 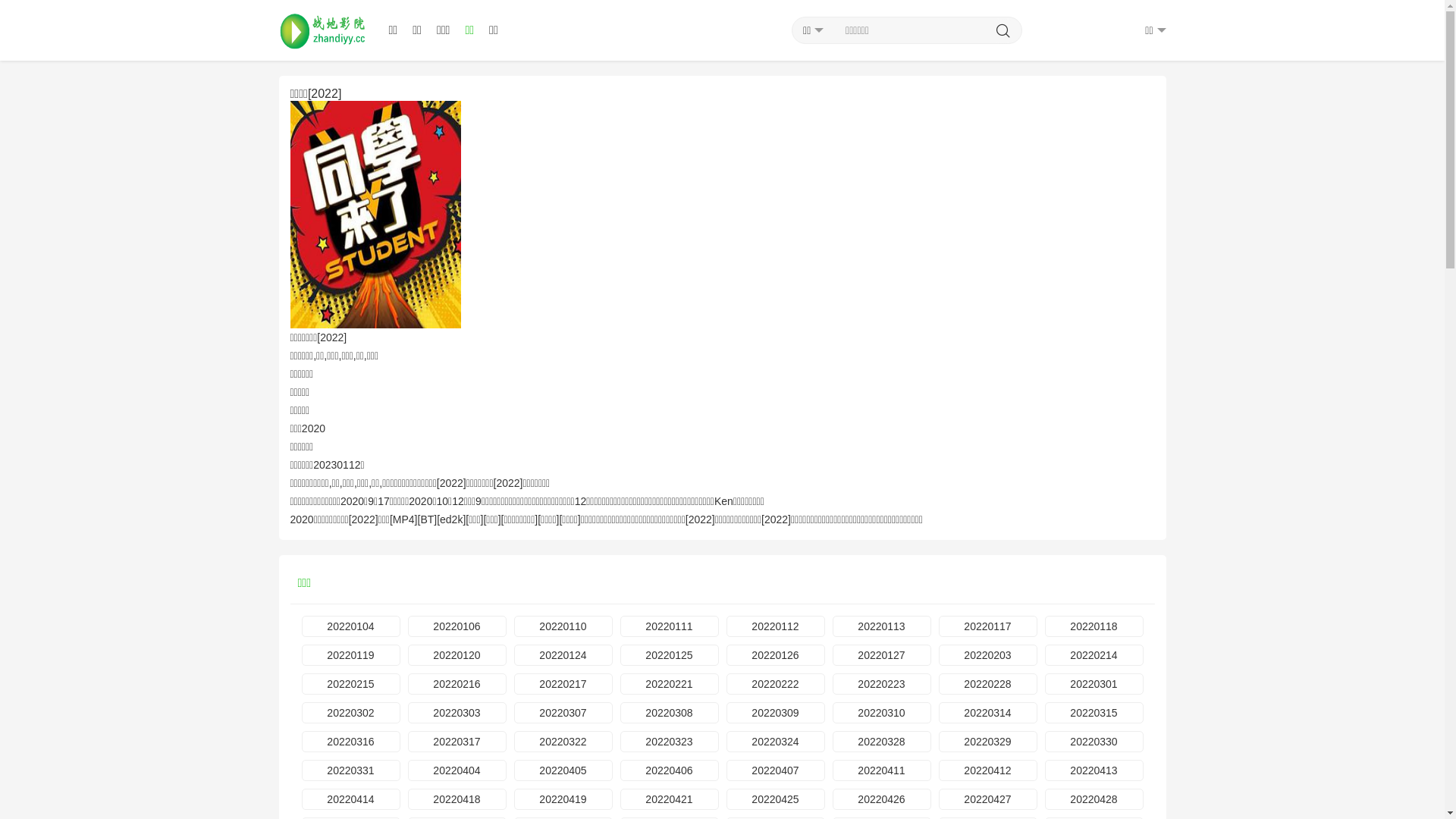 I want to click on '20220302', so click(x=350, y=713).